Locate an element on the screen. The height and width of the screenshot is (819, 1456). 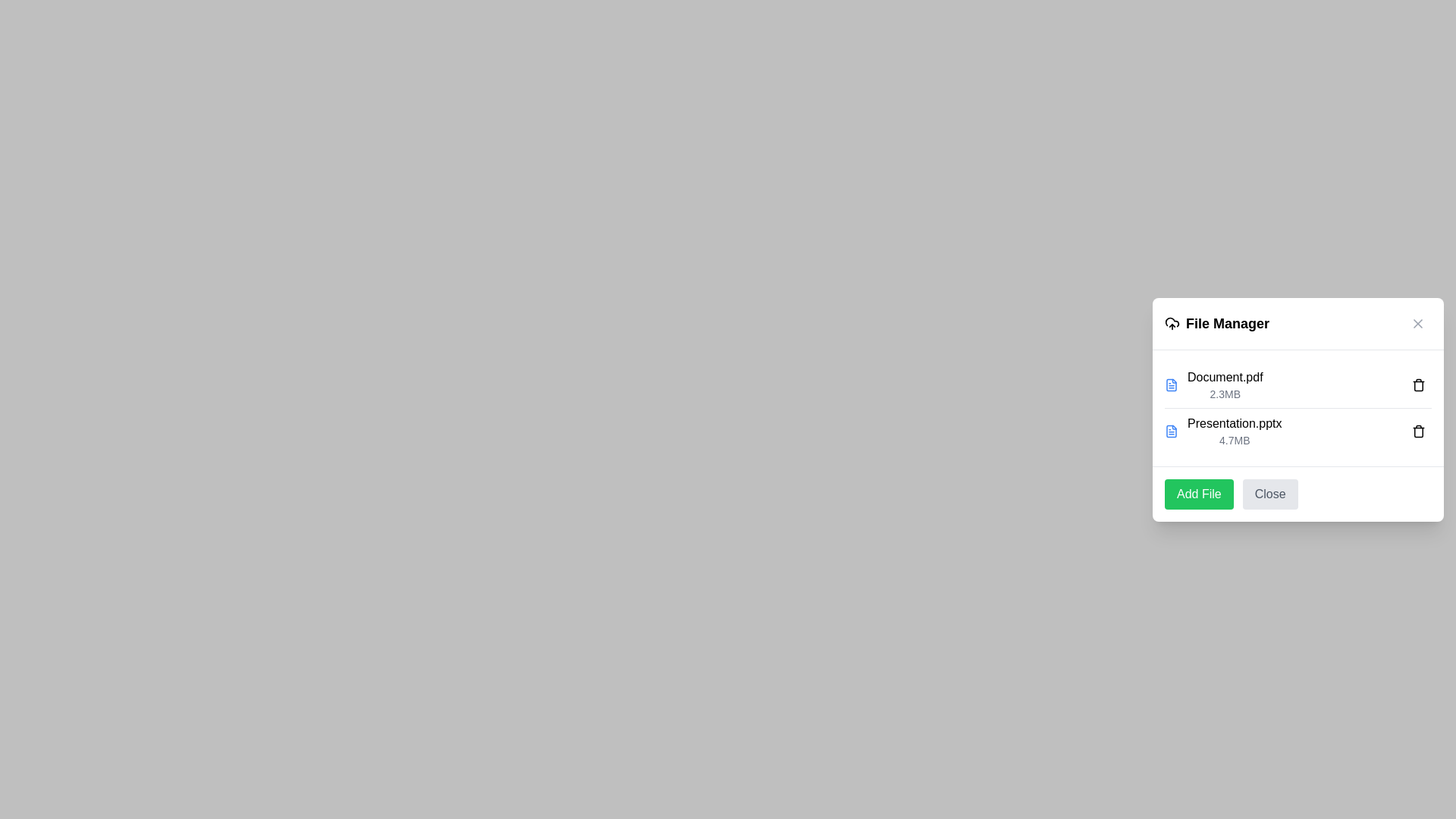
the file name label 'Document.pdf' located in the first entry of the file list in the 'File Manager' panel is located at coordinates (1225, 376).